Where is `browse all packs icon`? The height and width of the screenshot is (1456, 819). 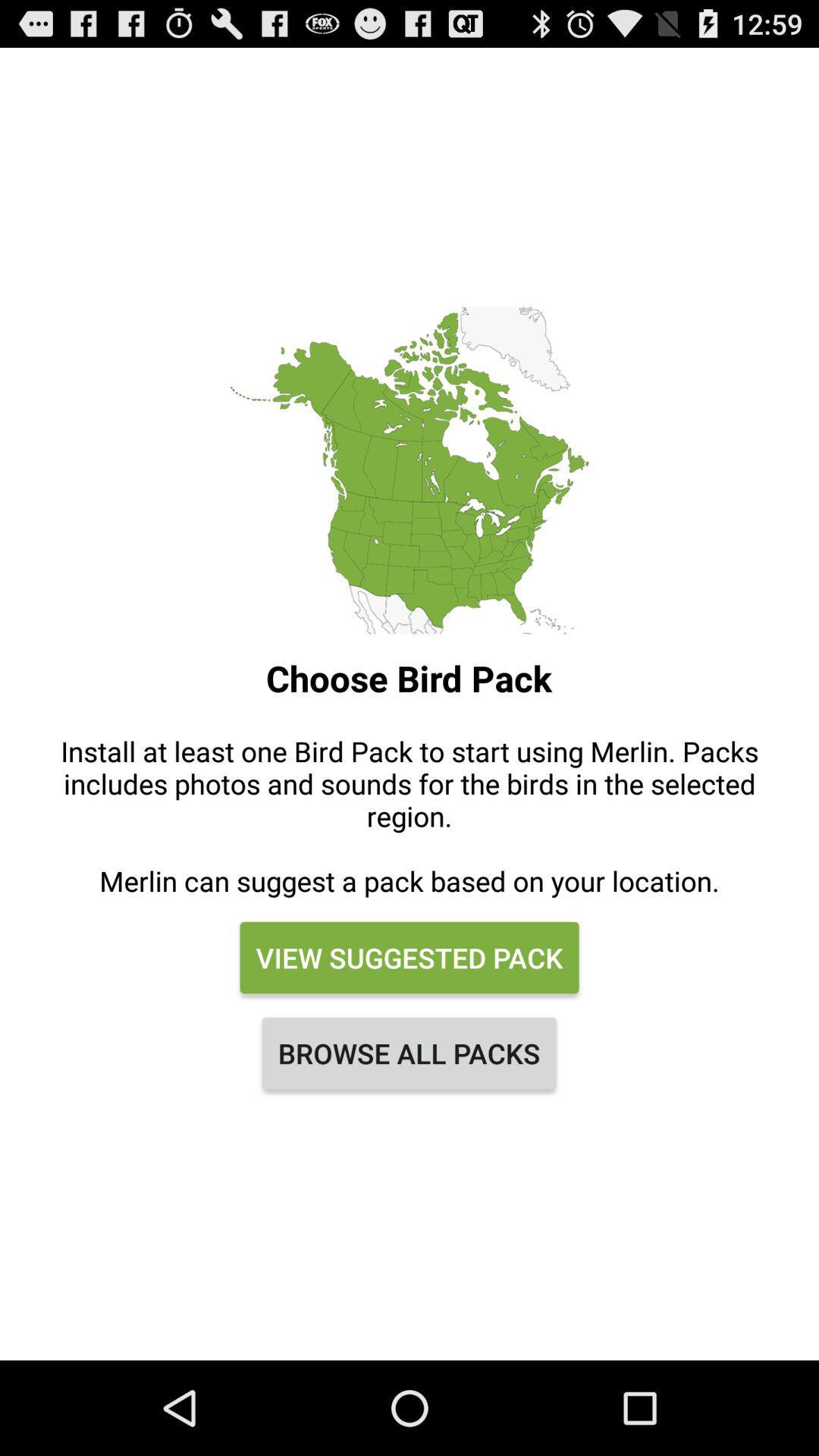
browse all packs icon is located at coordinates (408, 1052).